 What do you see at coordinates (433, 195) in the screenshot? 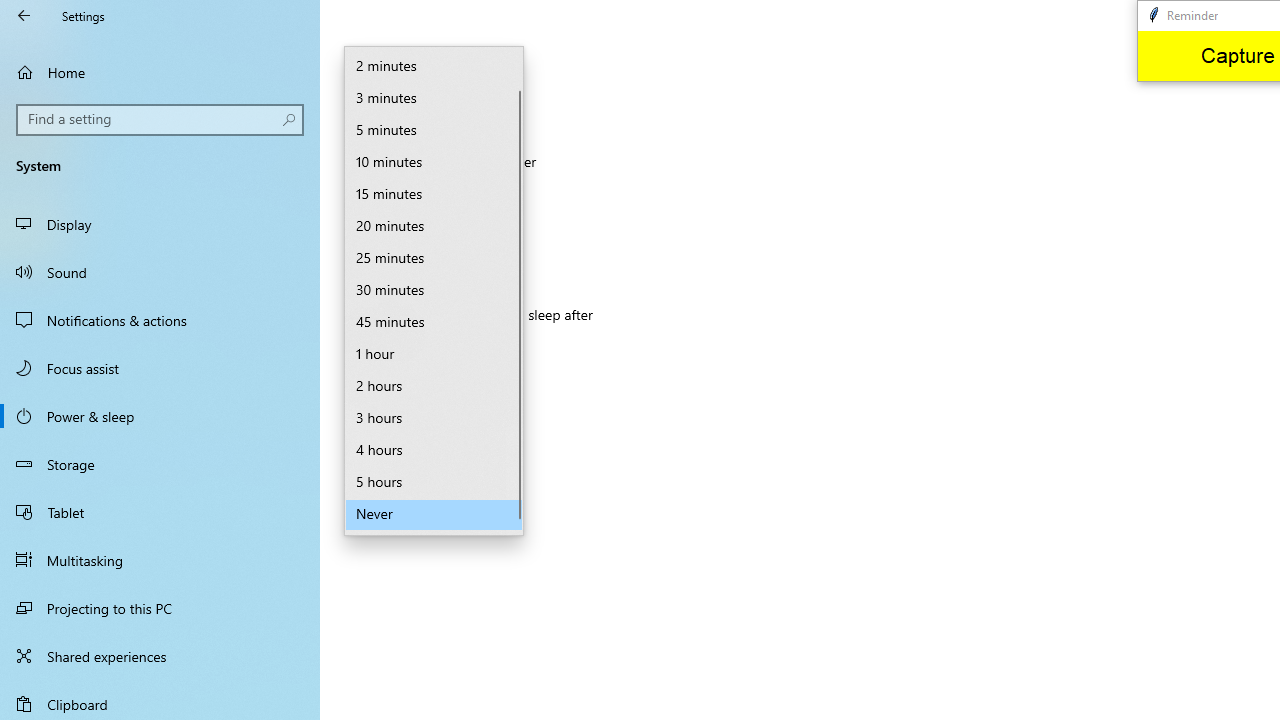
I see `'15 minutes'` at bounding box center [433, 195].